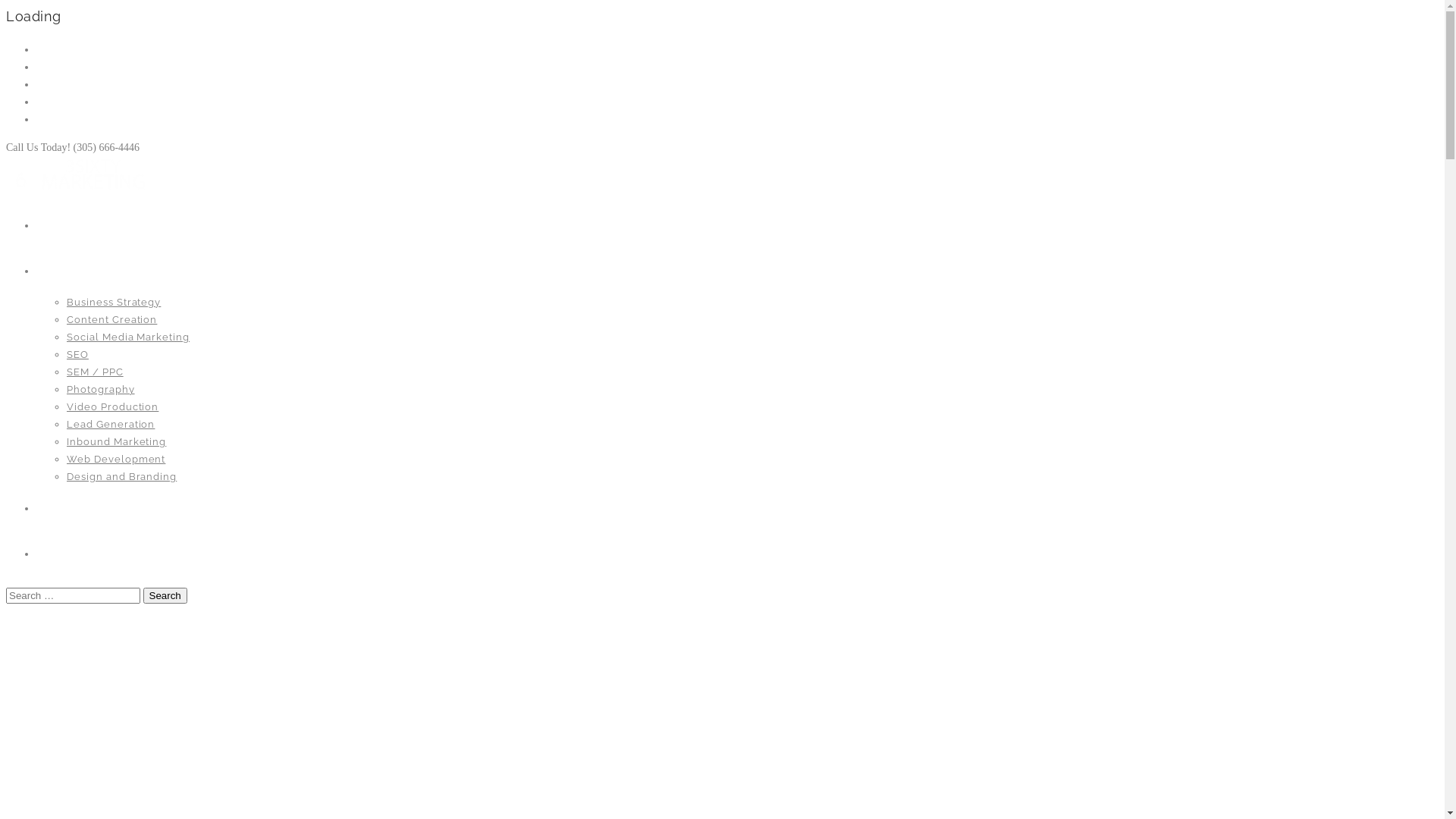 The height and width of the screenshot is (819, 1456). I want to click on 'Search', so click(164, 595).